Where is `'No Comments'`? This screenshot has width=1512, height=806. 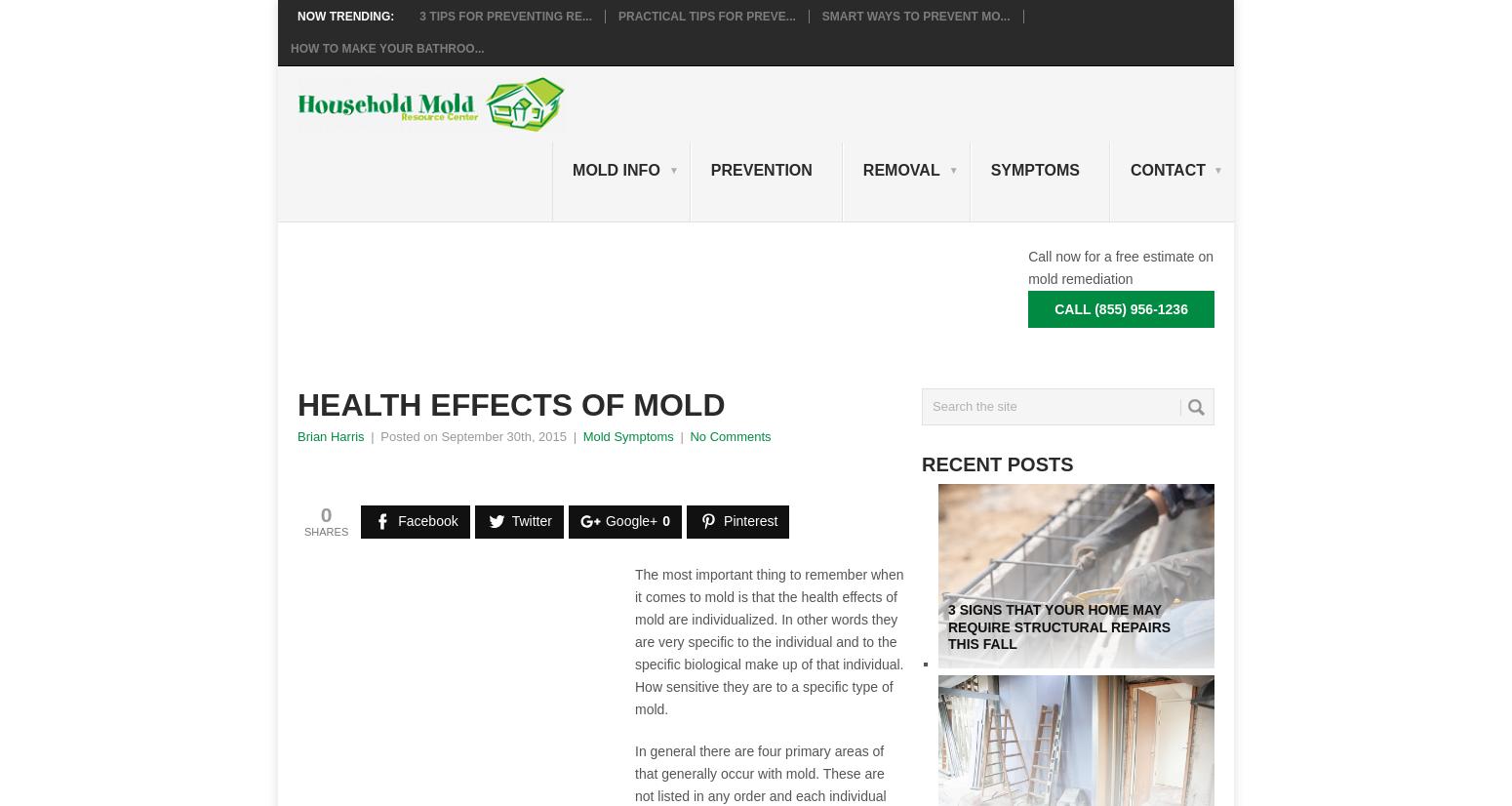
'No Comments' is located at coordinates (730, 434).